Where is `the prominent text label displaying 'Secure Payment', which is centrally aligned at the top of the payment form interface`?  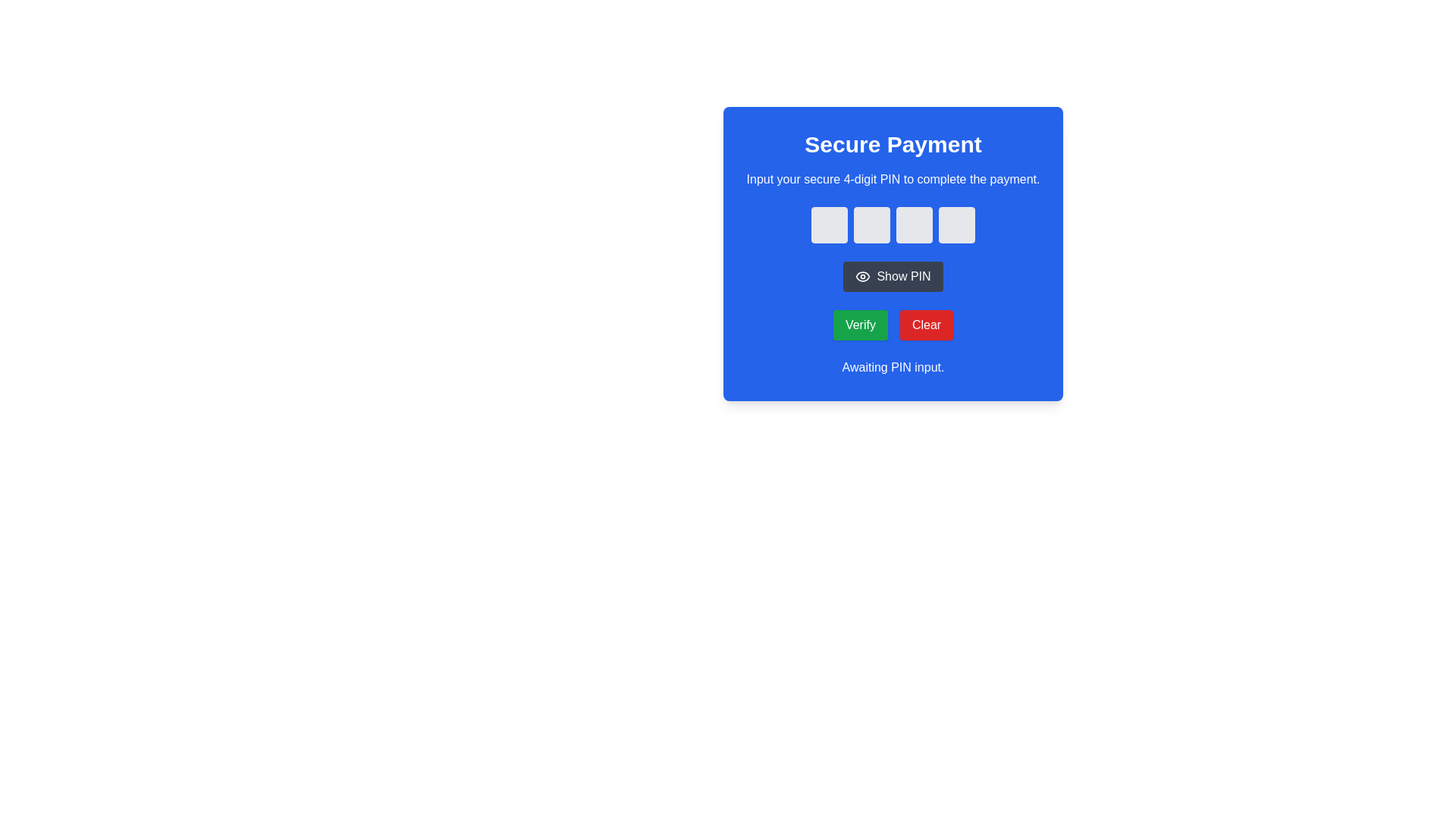 the prominent text label displaying 'Secure Payment', which is centrally aligned at the top of the payment form interface is located at coordinates (893, 145).